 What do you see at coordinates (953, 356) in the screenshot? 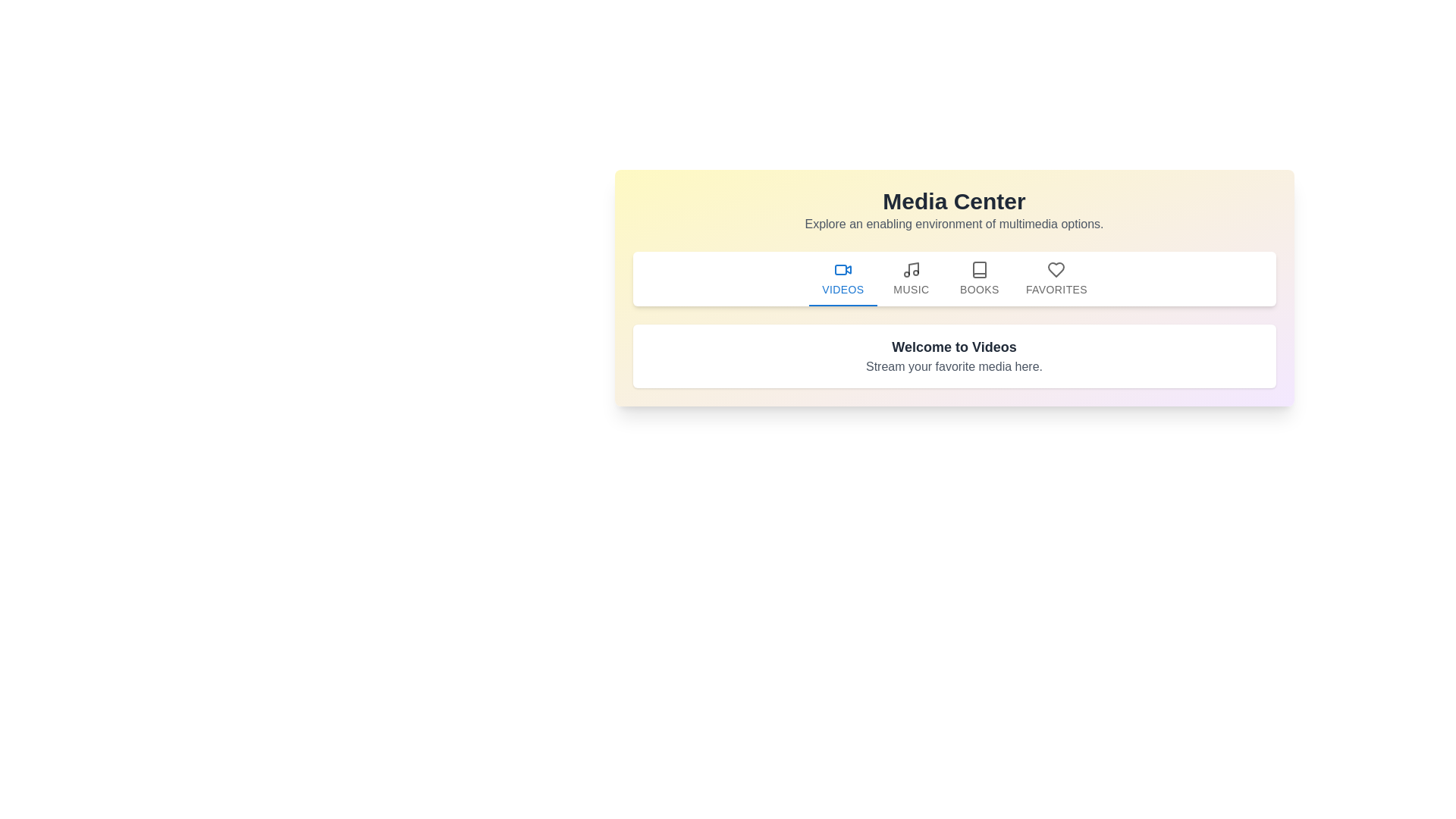
I see `the Informational Banner titled 'Welcome to Videos' which contains the text 'Stream your favorite media here.'` at bounding box center [953, 356].